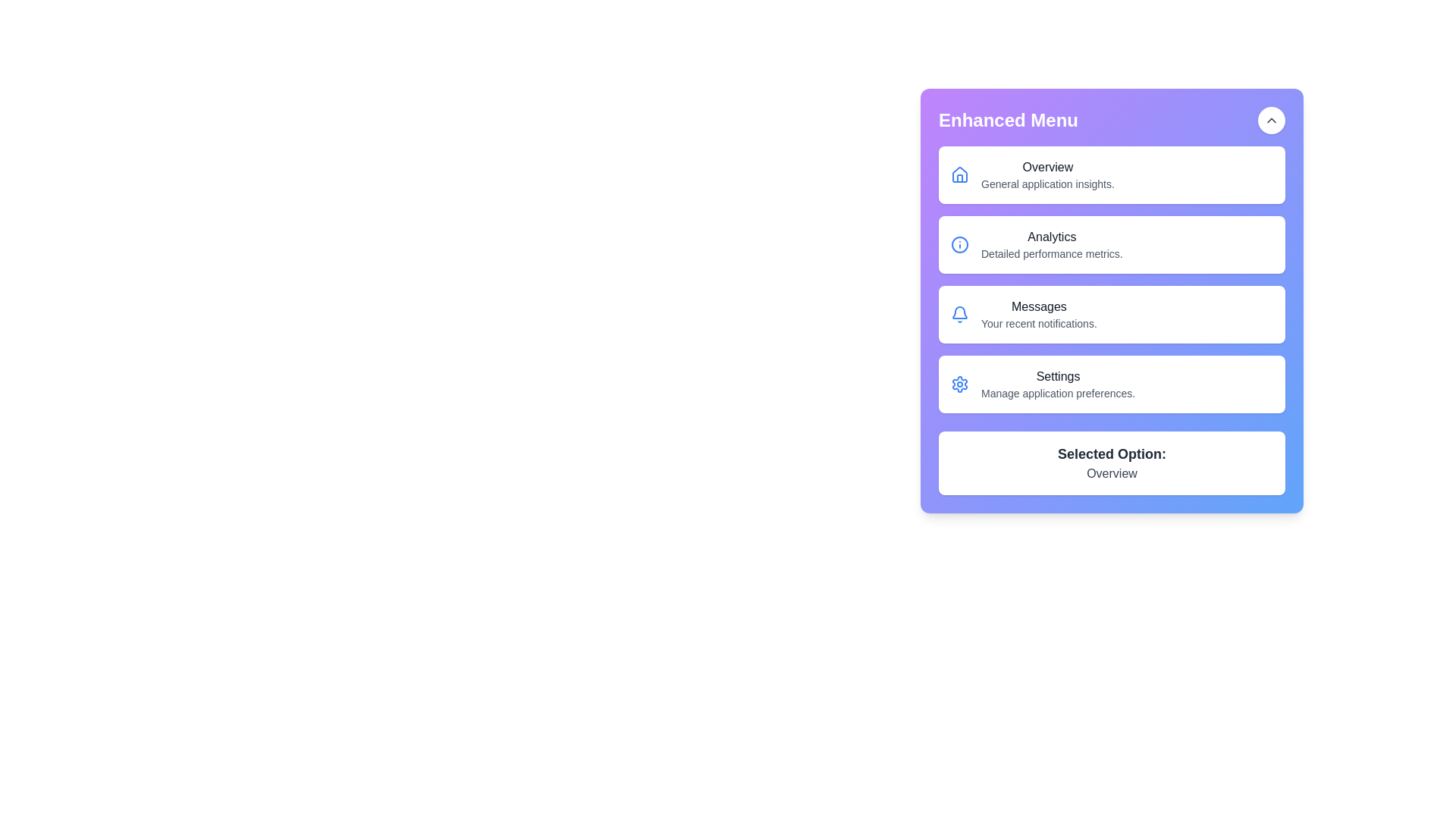 This screenshot has height=819, width=1456. What do you see at coordinates (959, 383) in the screenshot?
I see `the settings icon located in the vertical menu layout, which is the leftmost element in the fourth interactive row and is positioned to the left of the text 'Settings'` at bounding box center [959, 383].